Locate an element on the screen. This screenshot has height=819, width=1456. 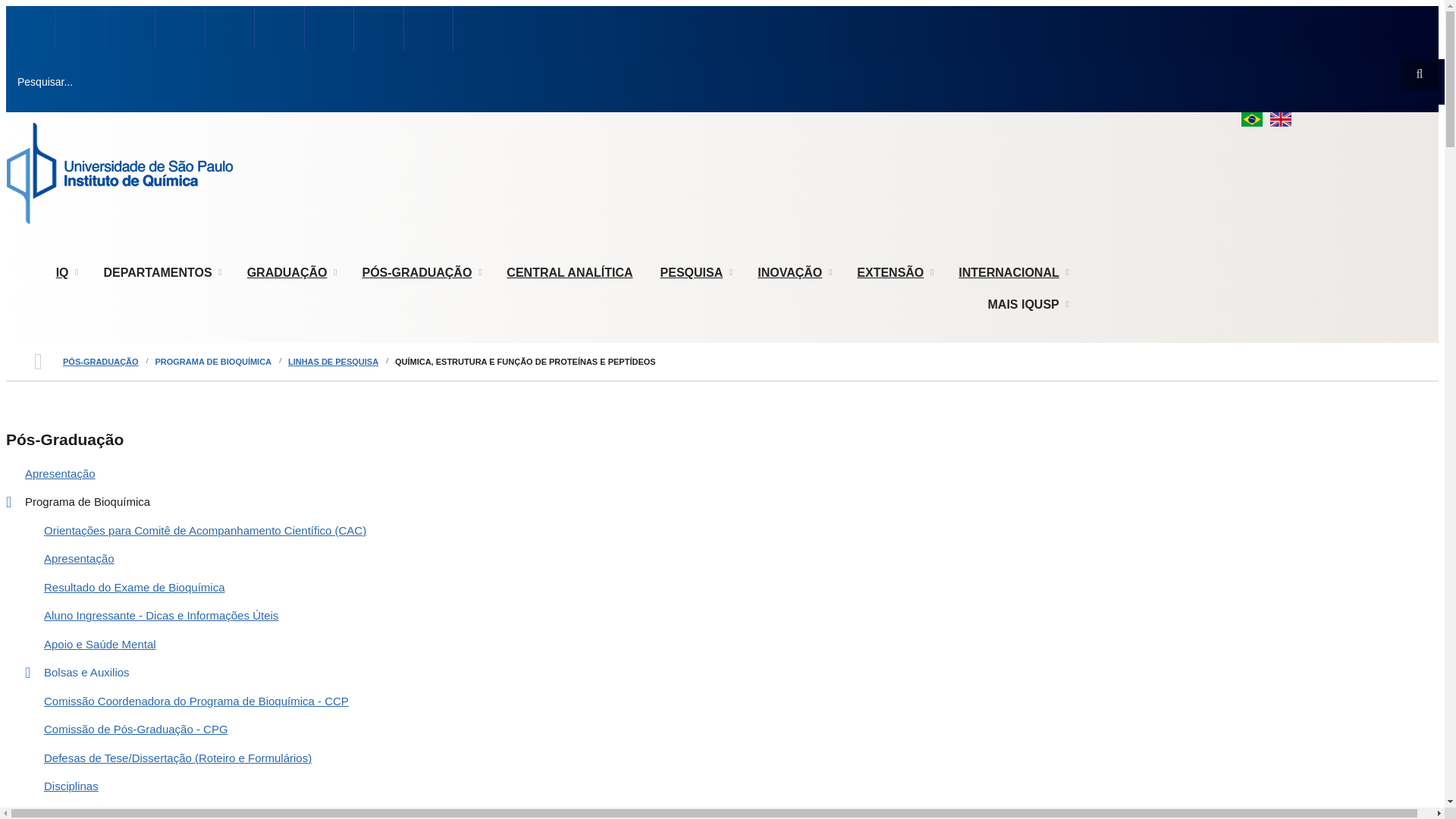
'DEPARTAMENTOS' is located at coordinates (162, 271).